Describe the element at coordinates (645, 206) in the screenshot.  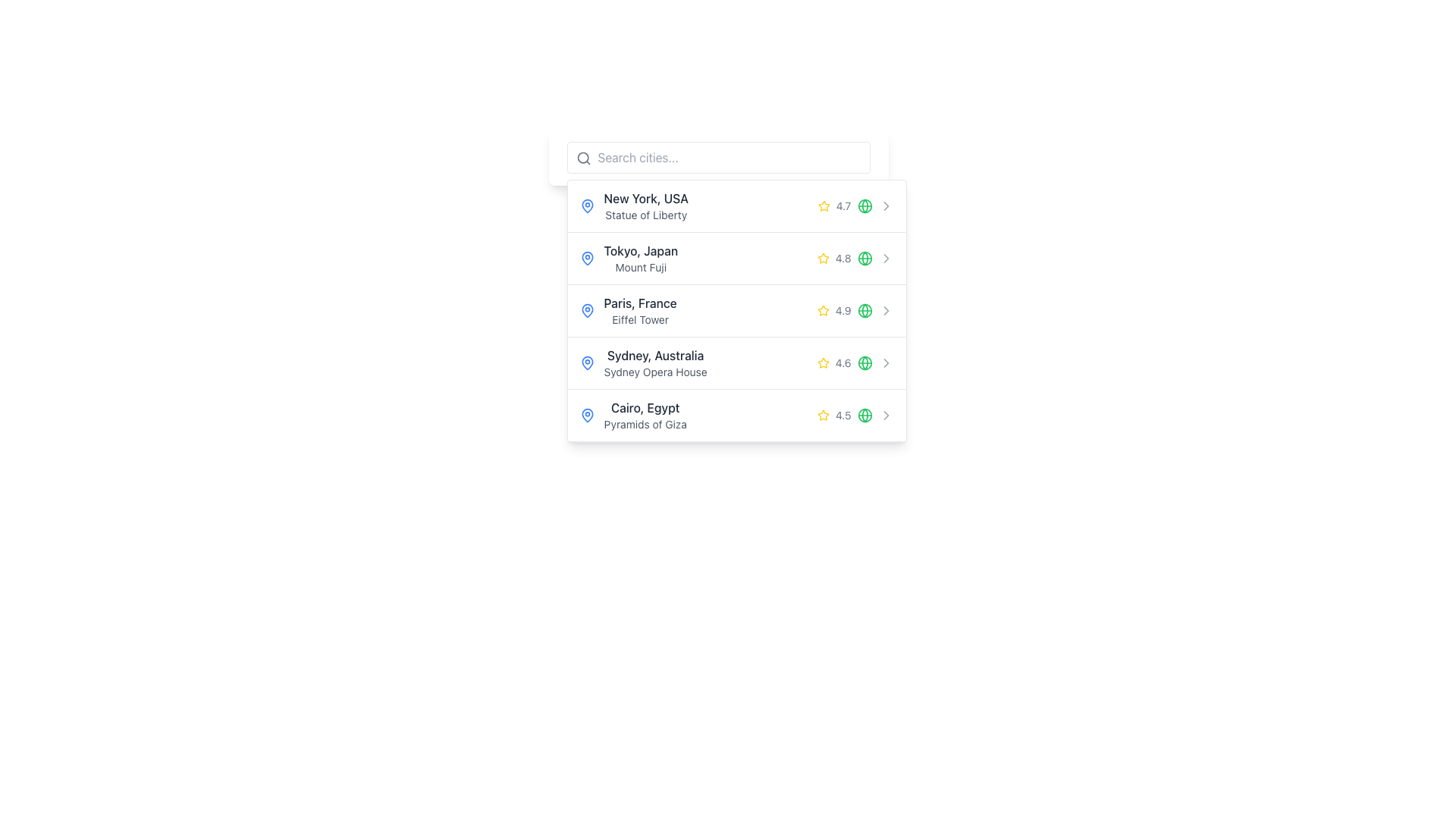
I see `the Text block displaying 'New York, USA' and 'Statue of Liberty' in the first position of the location list` at that location.